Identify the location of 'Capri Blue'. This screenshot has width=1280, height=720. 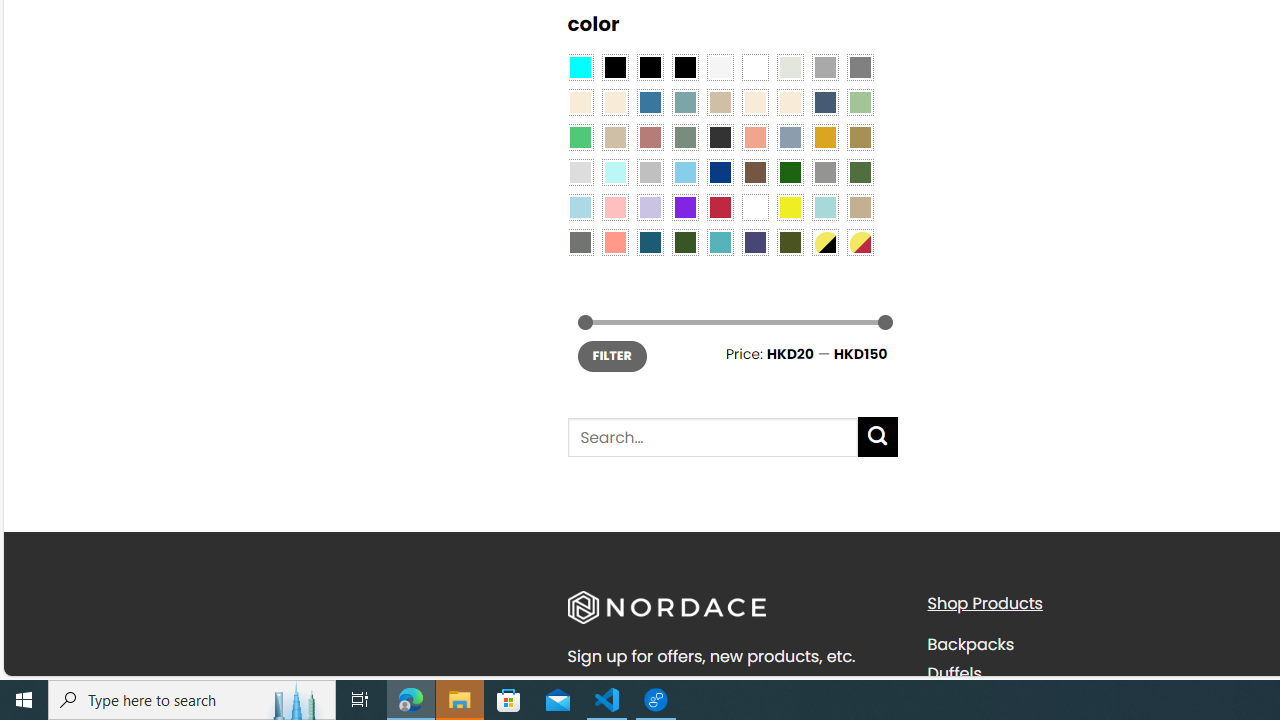
(650, 242).